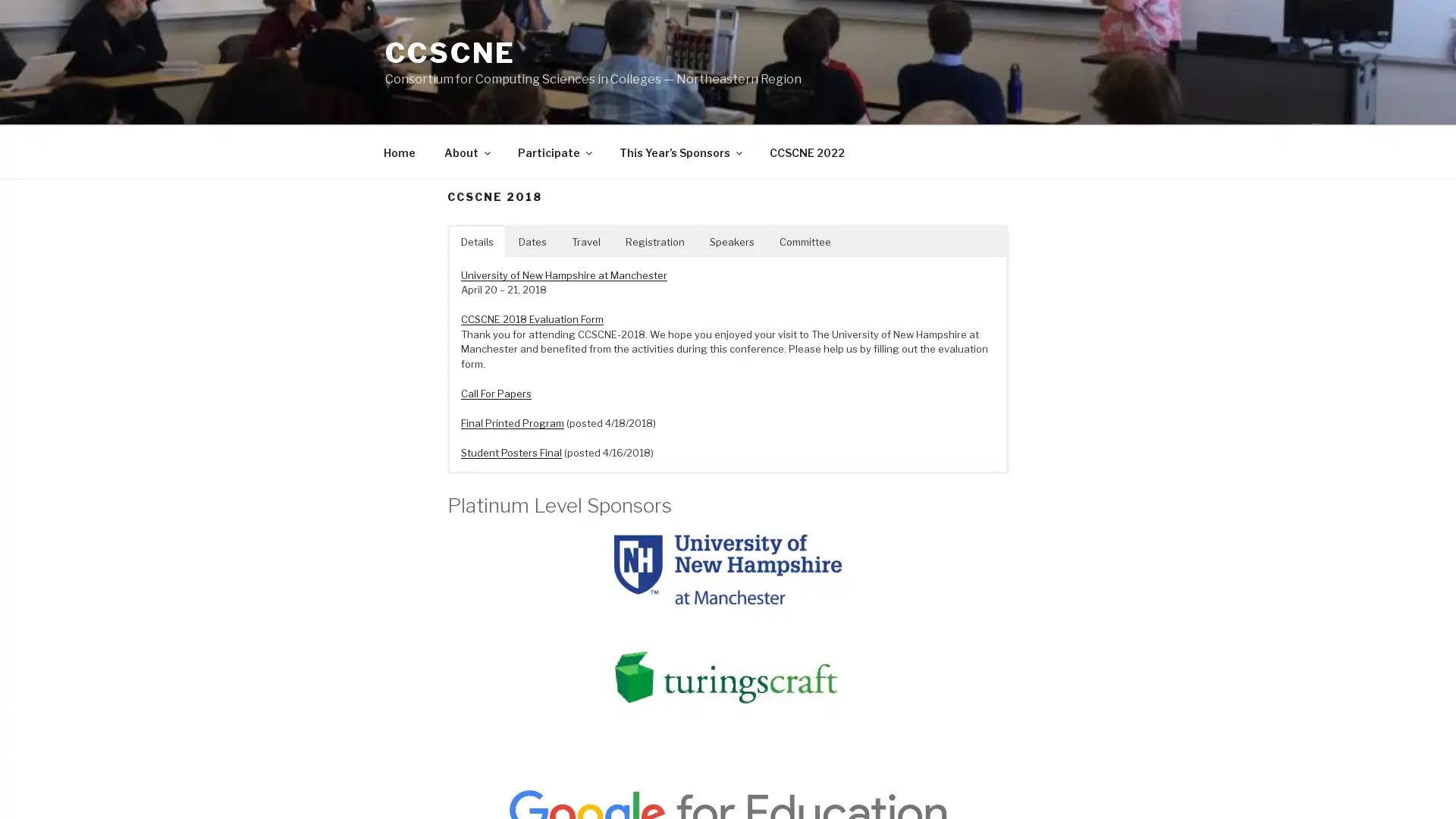 This screenshot has height=819, width=1456. Describe the element at coordinates (476, 240) in the screenshot. I see `Details` at that location.